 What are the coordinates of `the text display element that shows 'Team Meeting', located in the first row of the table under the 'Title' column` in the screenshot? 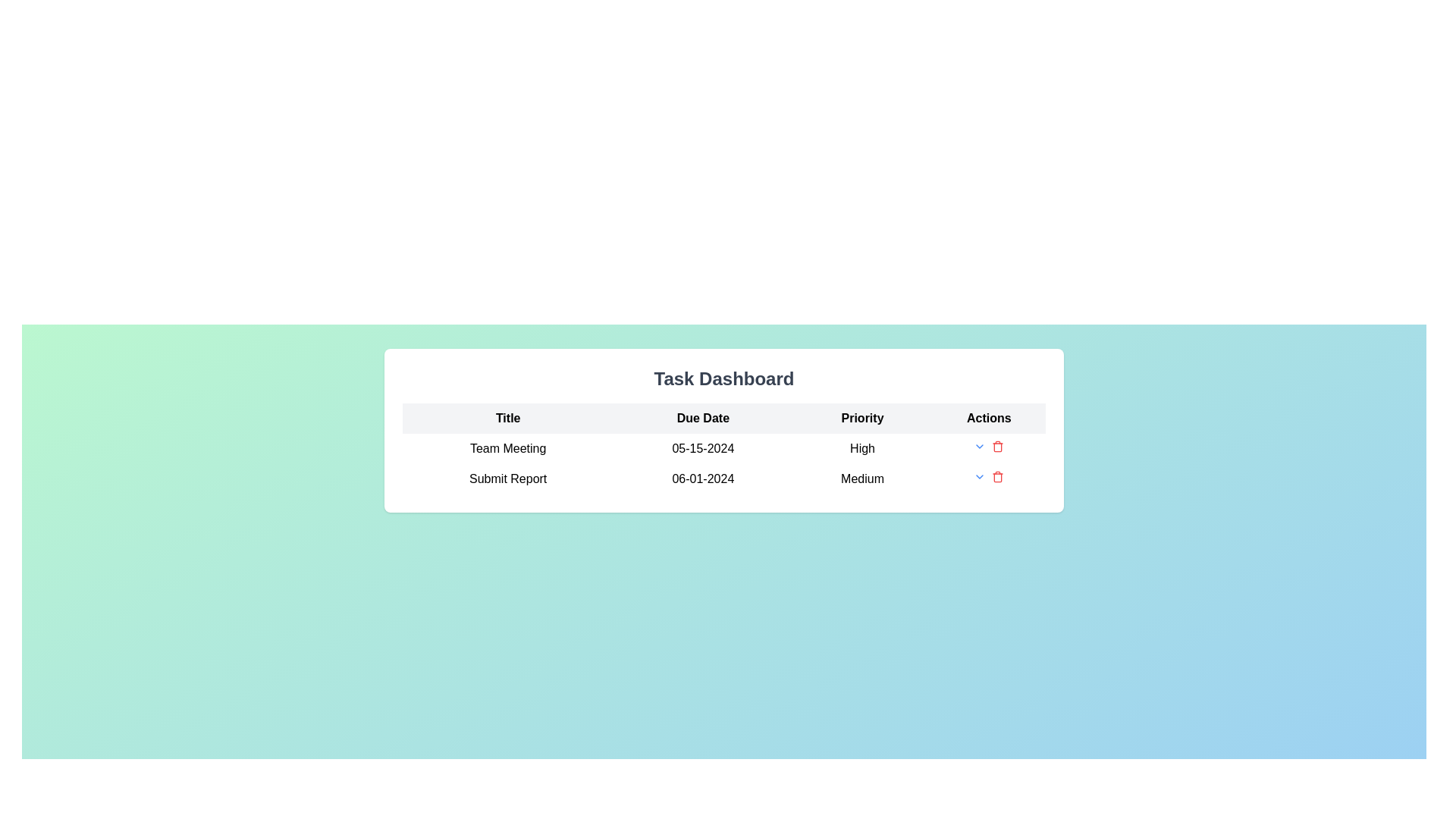 It's located at (508, 447).